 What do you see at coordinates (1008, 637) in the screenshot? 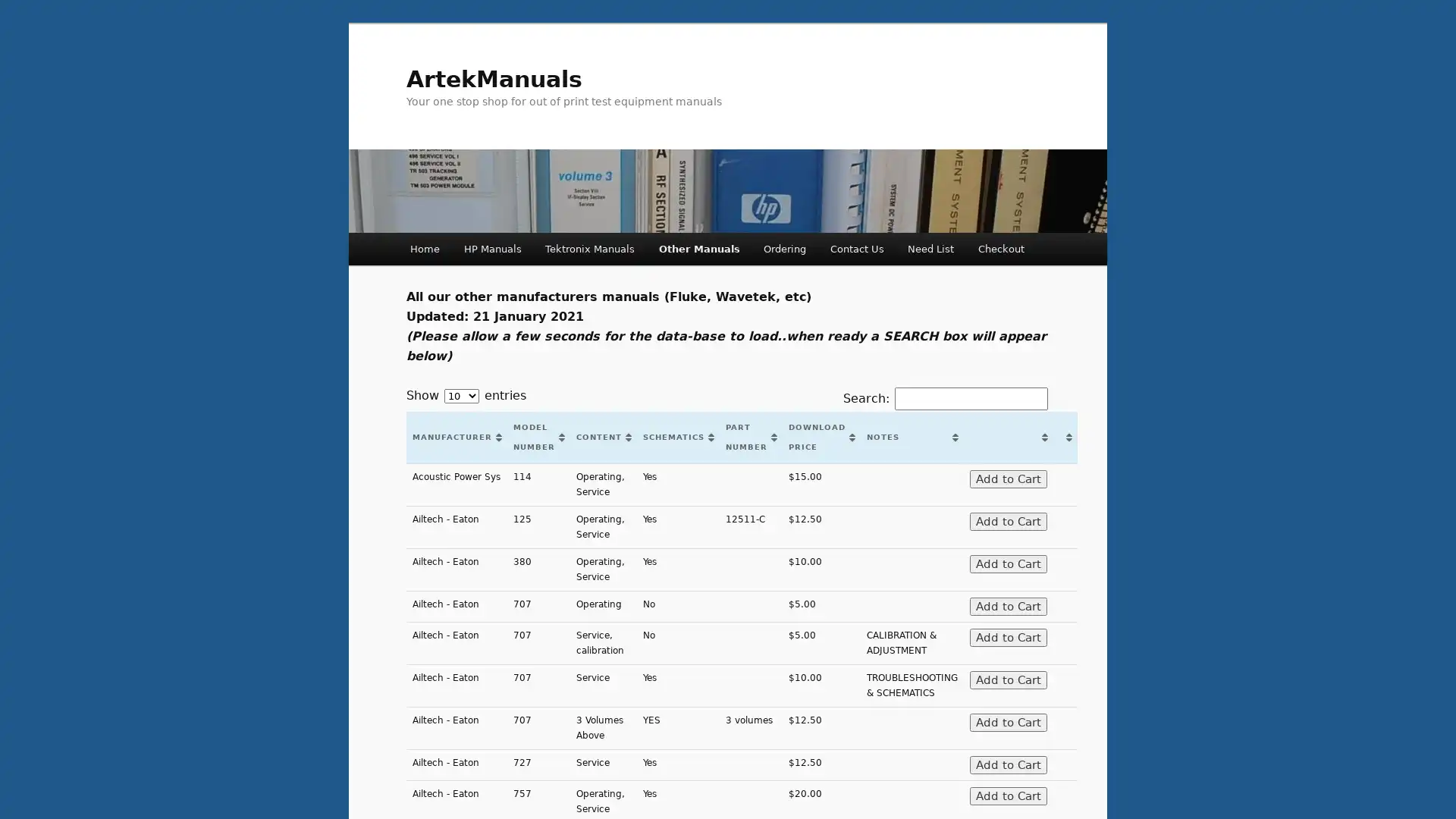
I see `Add to Cart` at bounding box center [1008, 637].